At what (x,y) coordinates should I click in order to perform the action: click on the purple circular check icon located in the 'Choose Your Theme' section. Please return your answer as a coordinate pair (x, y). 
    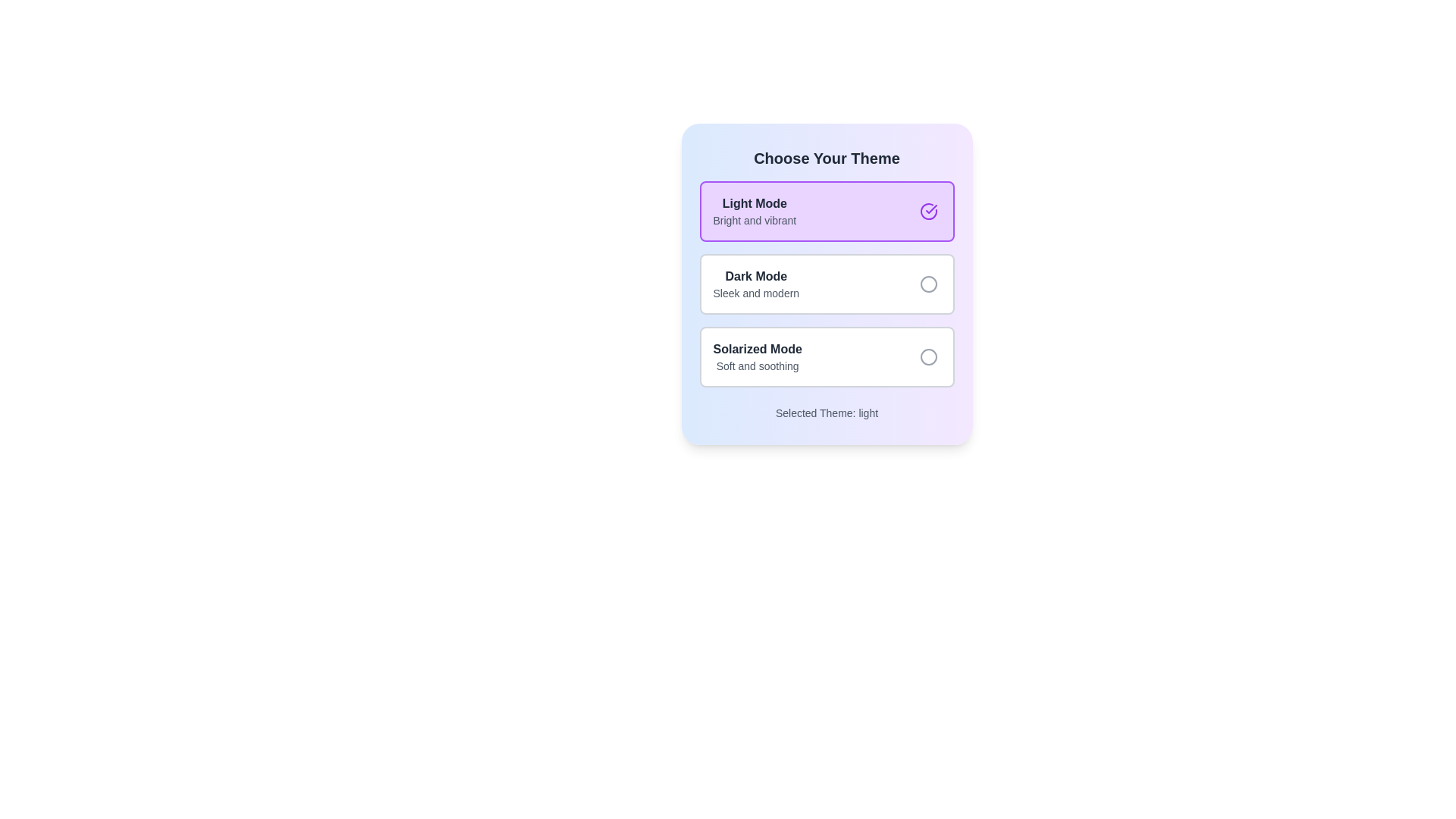
    Looking at the image, I should click on (927, 211).